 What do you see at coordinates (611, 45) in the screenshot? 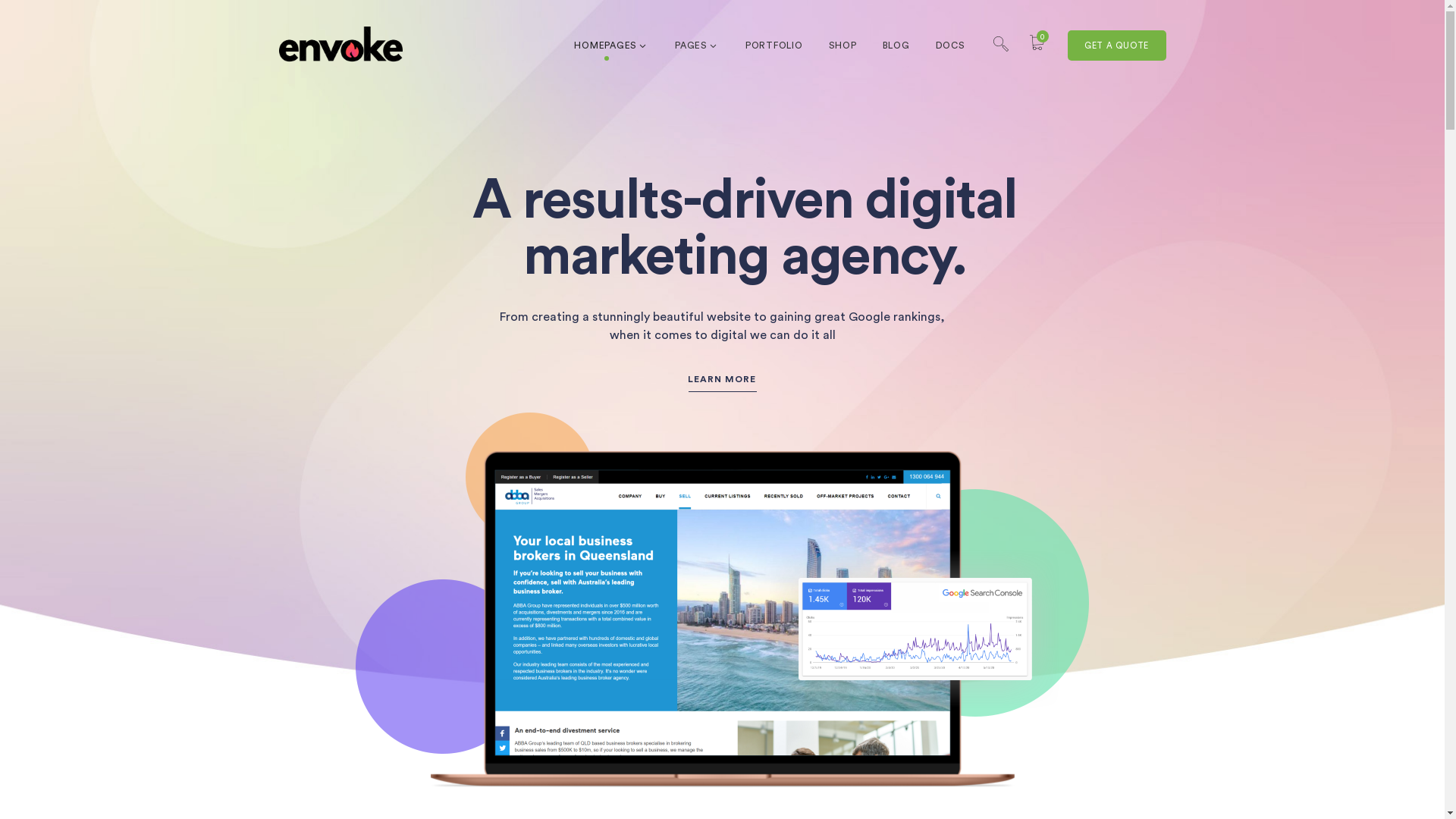
I see `'HOMEPAGES'` at bounding box center [611, 45].